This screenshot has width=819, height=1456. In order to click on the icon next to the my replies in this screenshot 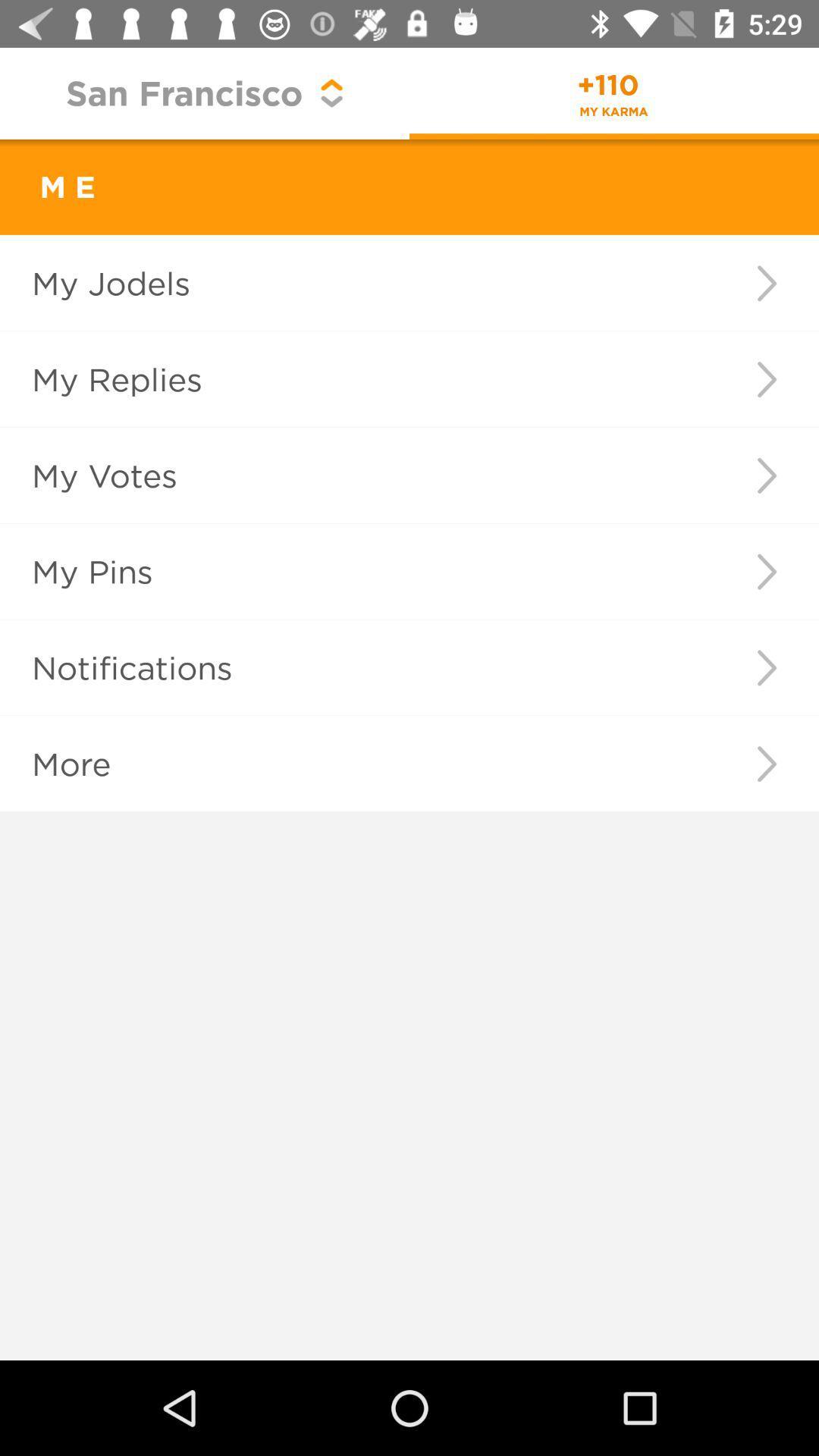, I will do `click(767, 379)`.